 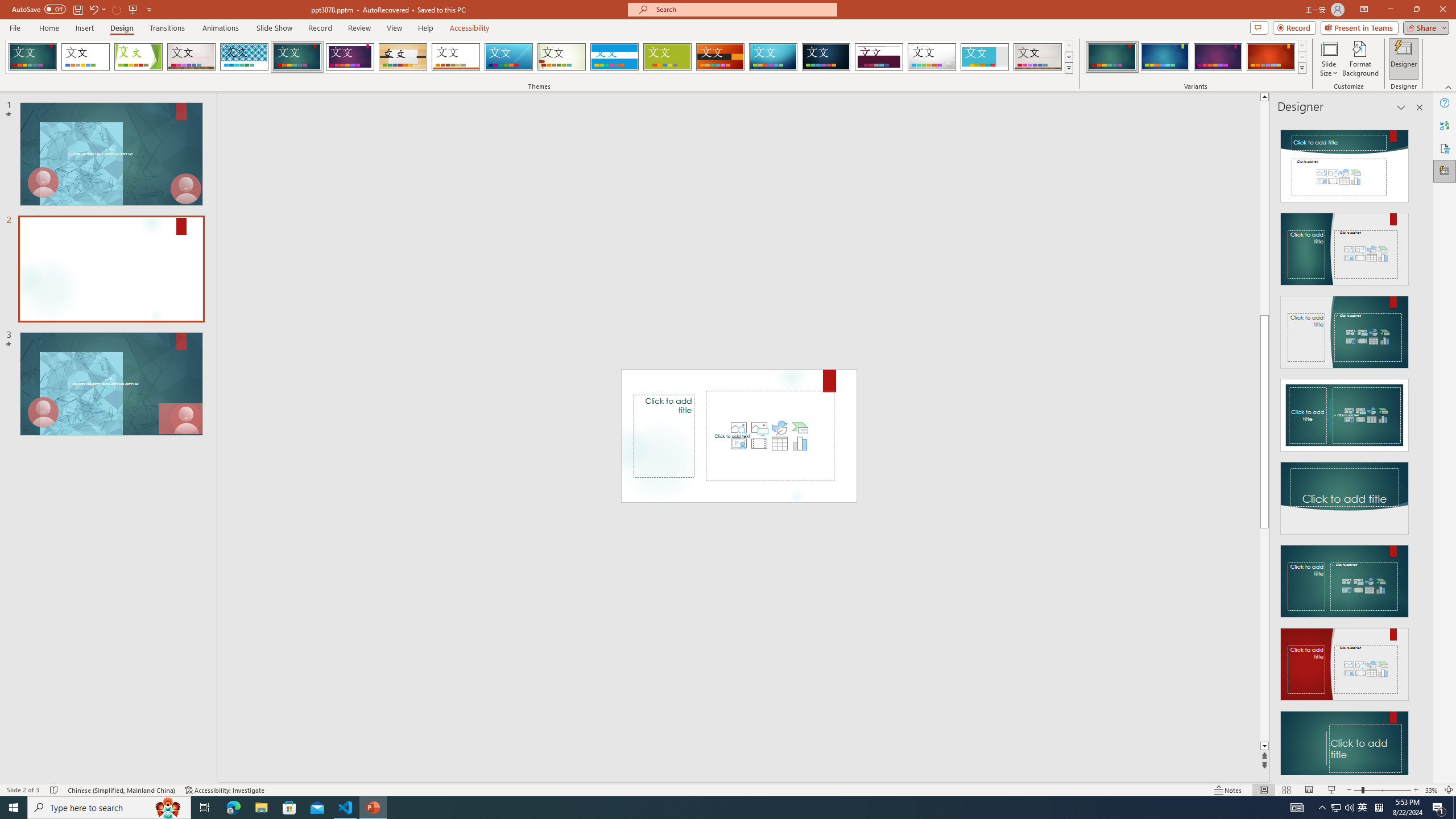 What do you see at coordinates (1111, 56) in the screenshot?
I see `'Ion Variant 1'` at bounding box center [1111, 56].